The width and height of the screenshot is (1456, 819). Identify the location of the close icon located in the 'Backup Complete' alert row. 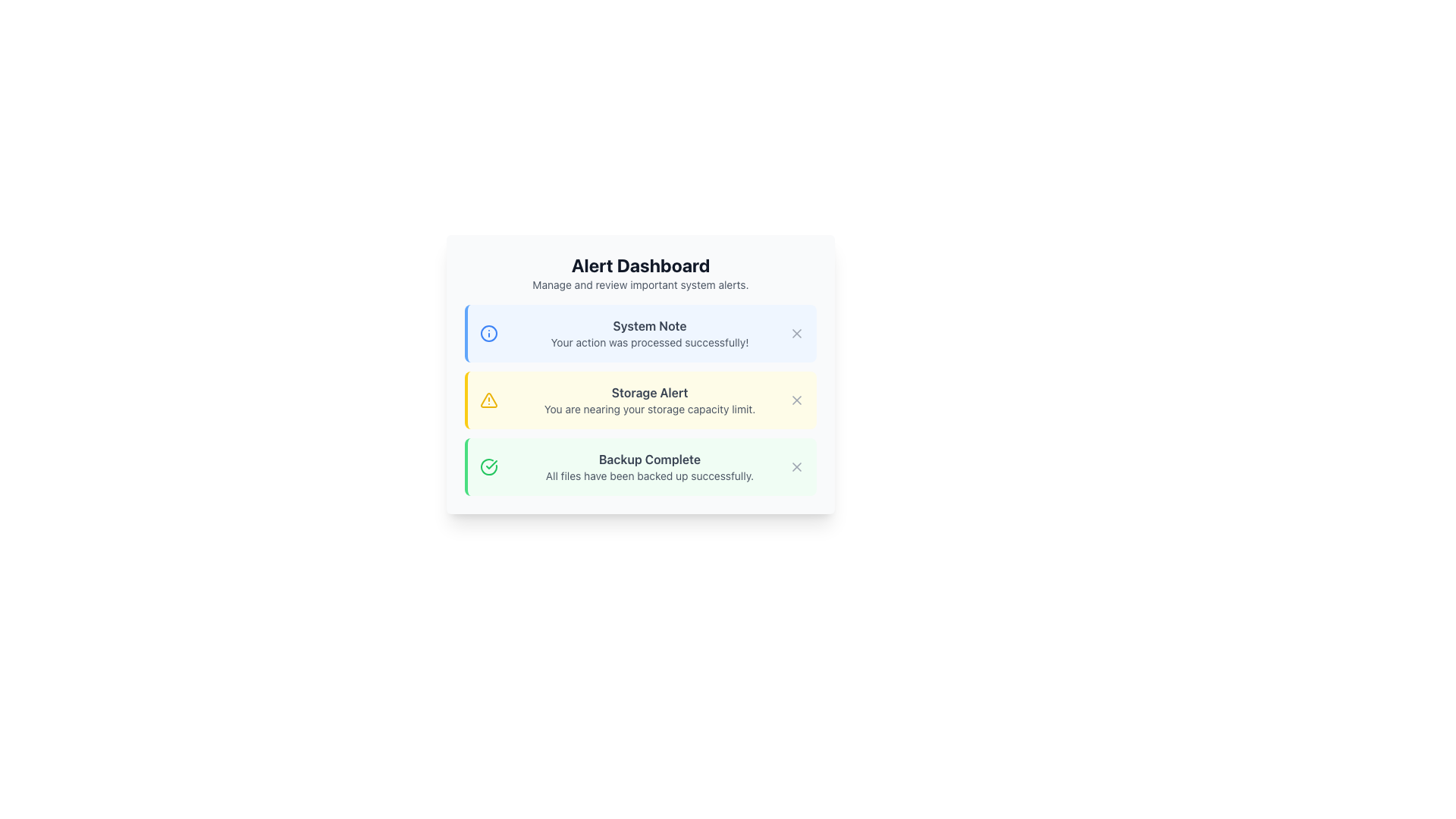
(796, 466).